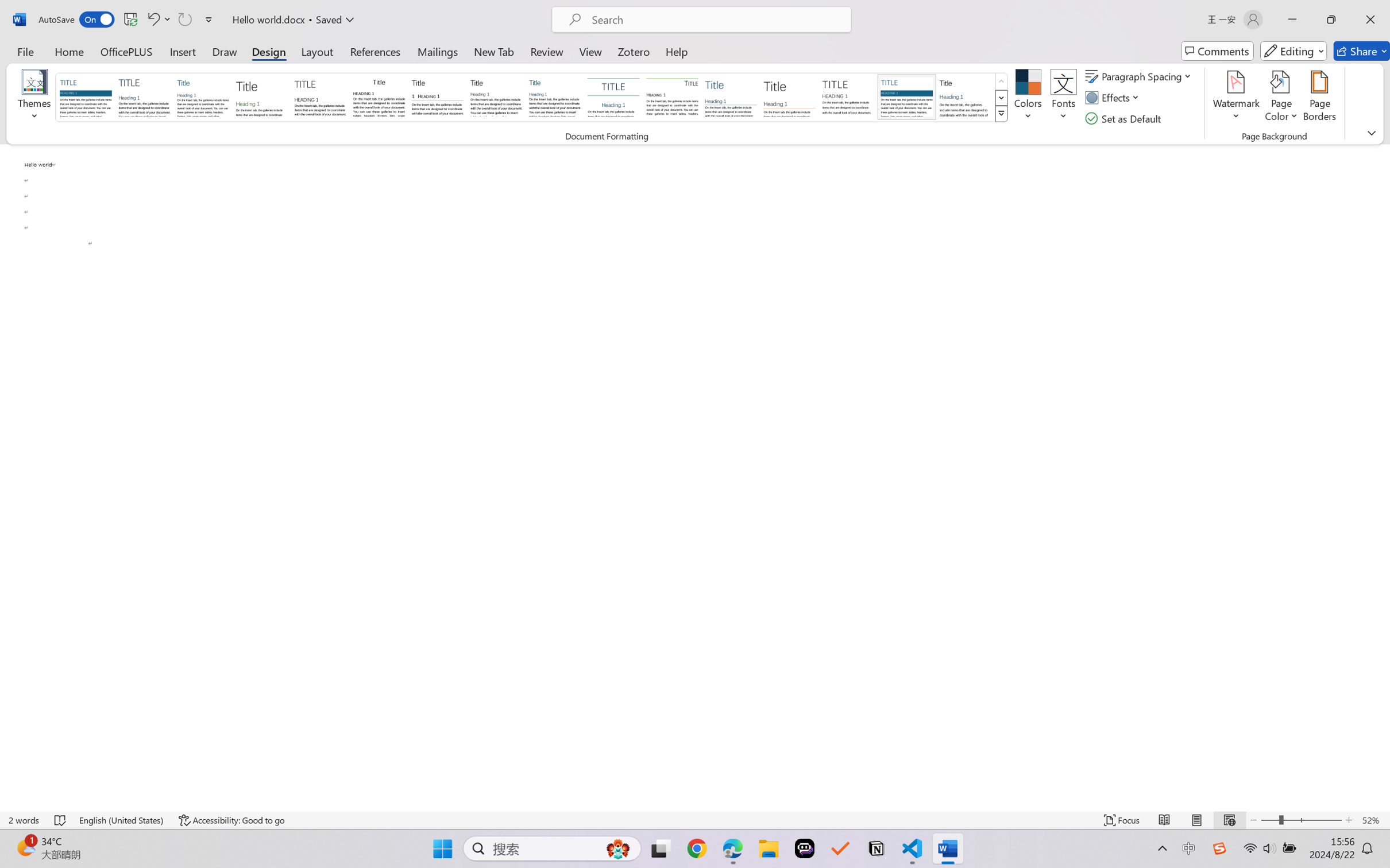 The width and height of the screenshot is (1390, 868). Describe the element at coordinates (157, 19) in the screenshot. I see `'Undo Apply Quick Style Set'` at that location.